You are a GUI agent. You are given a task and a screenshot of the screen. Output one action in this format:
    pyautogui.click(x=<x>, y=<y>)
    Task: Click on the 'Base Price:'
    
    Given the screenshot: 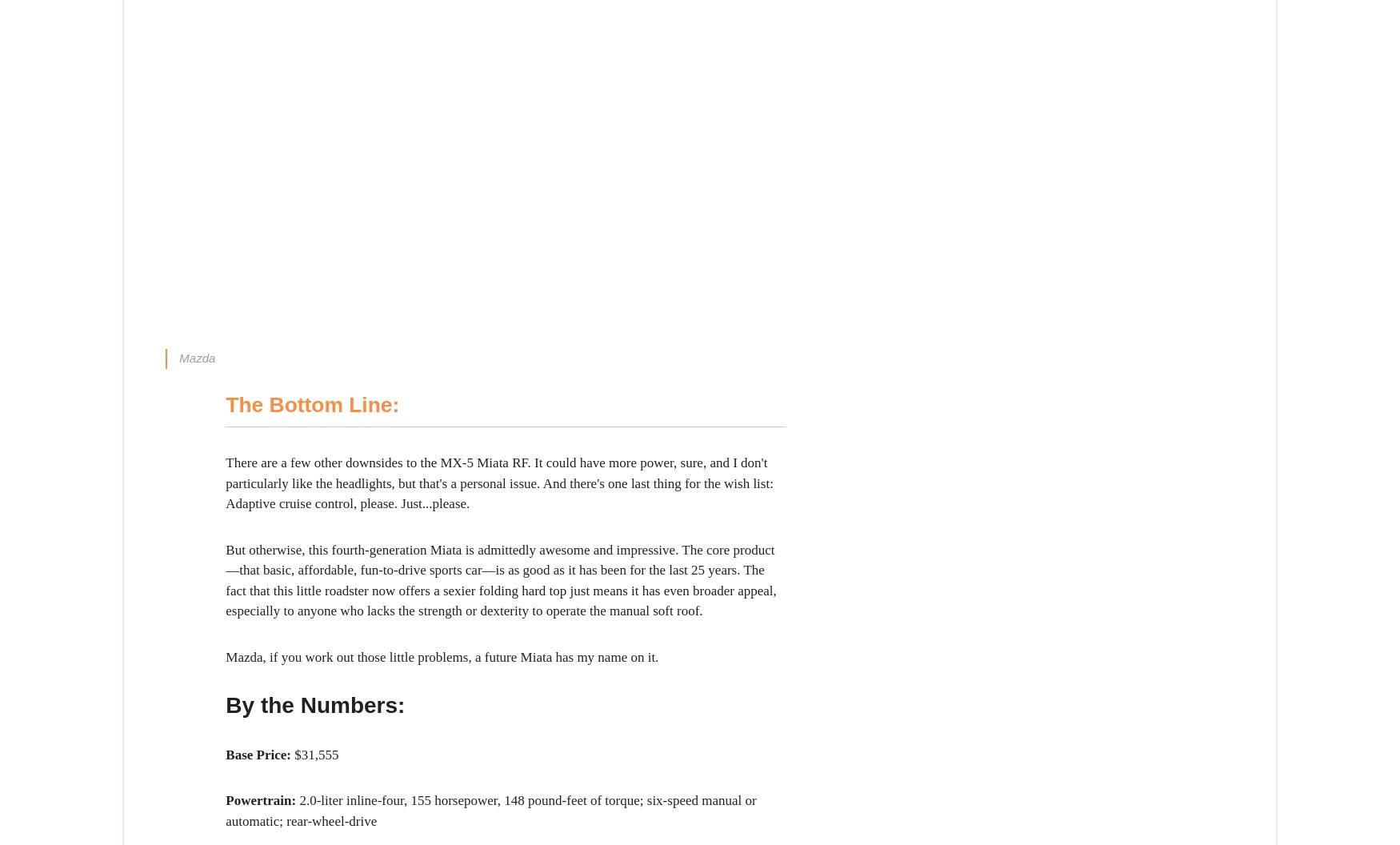 What is the action you would take?
    pyautogui.click(x=259, y=754)
    